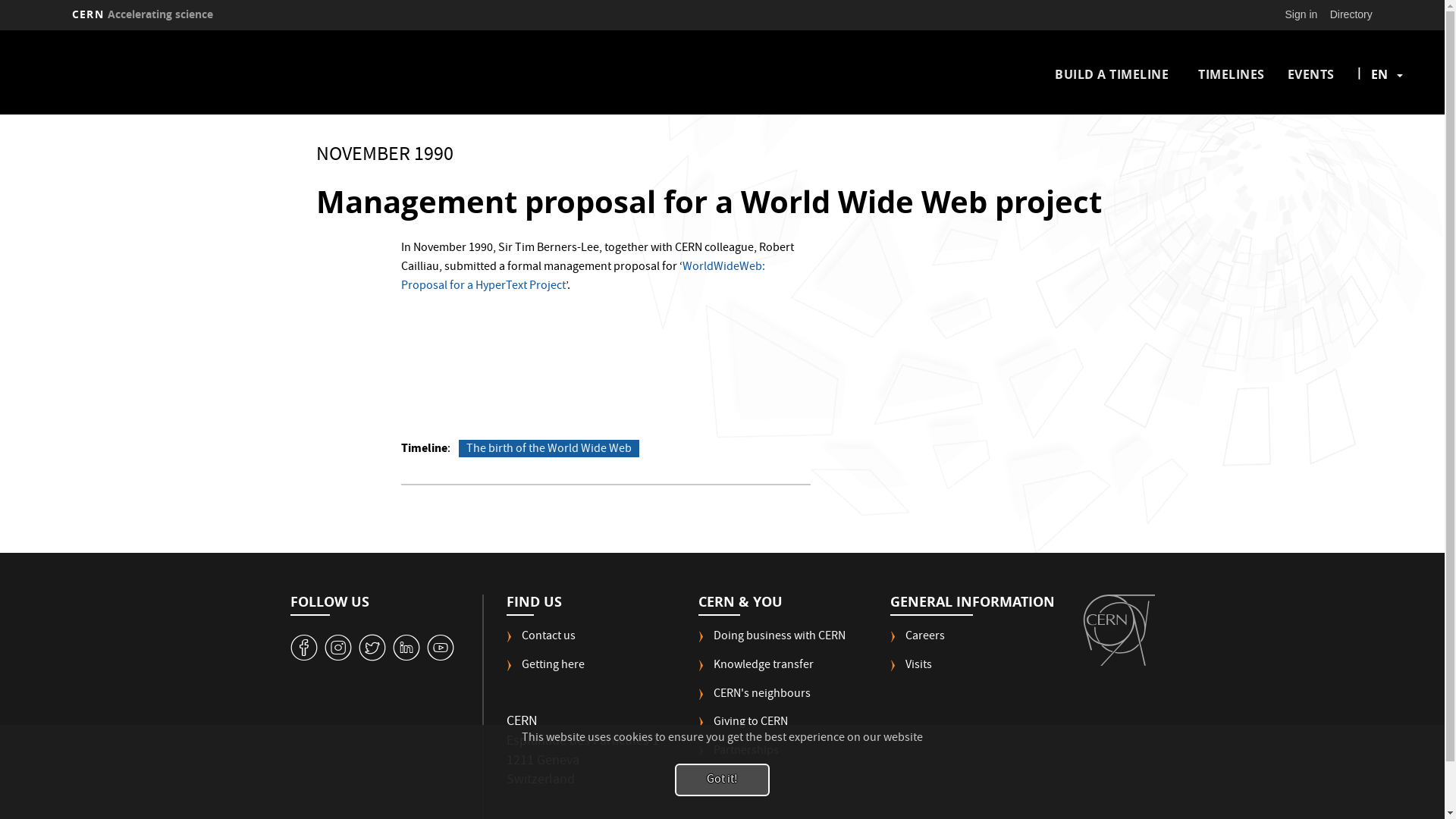 This screenshot has height=819, width=1456. Describe the element at coordinates (1379, 74) in the screenshot. I see `'|` at that location.